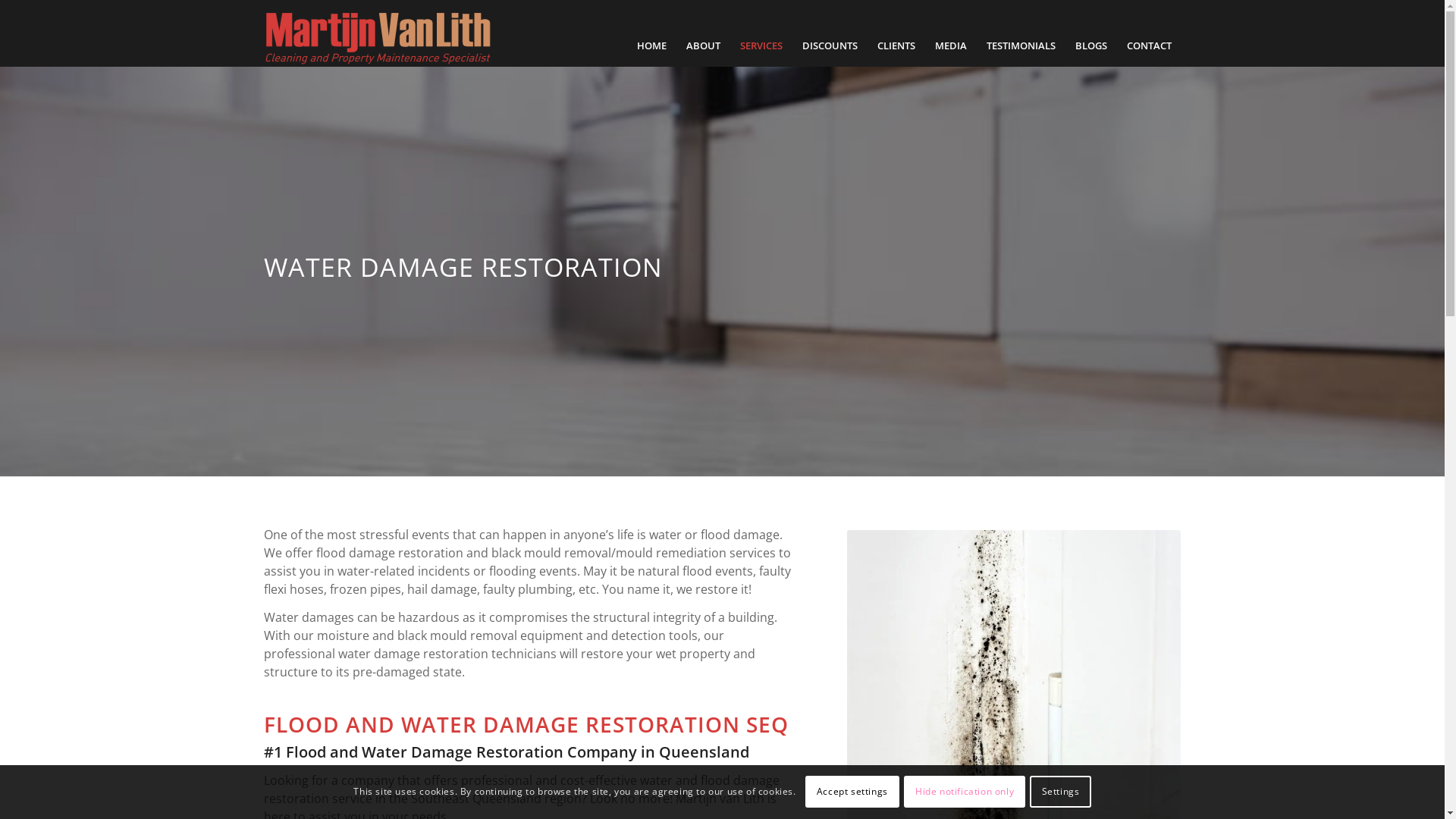 The image size is (1456, 819). I want to click on 'BLOGS', so click(1063, 45).